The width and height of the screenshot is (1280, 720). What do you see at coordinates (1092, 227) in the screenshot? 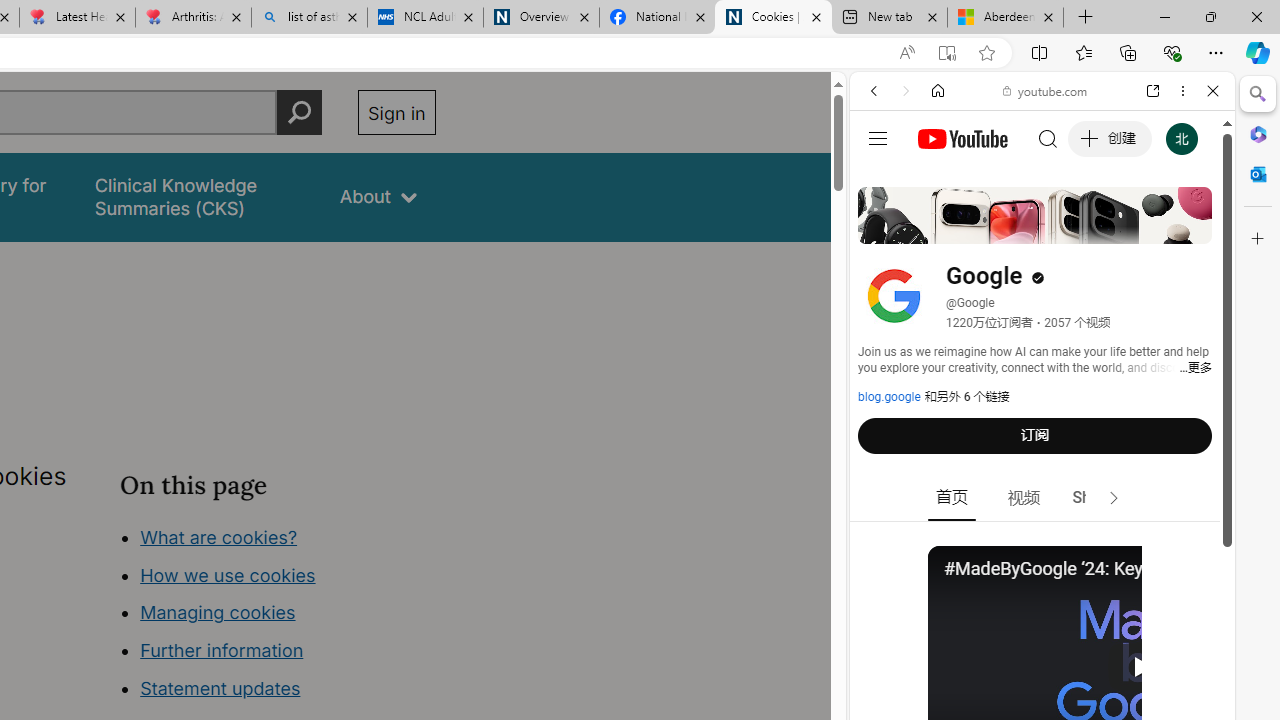
I see `'SEARCH TOOLS'` at bounding box center [1092, 227].